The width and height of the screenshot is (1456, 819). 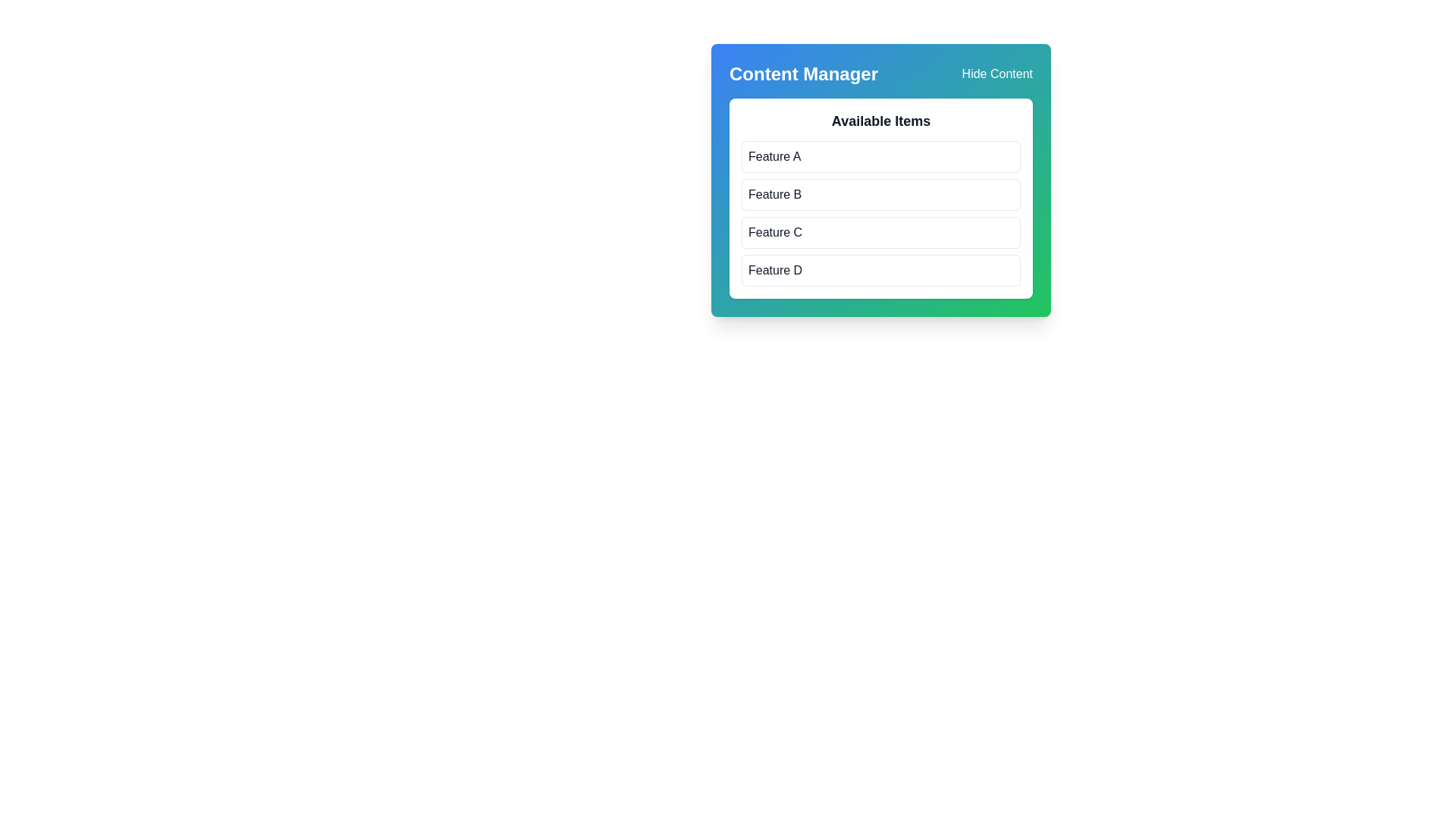 I want to click on the list item labeled 'Feature D' which is the fourth item in the 'Available Items' section of the 'Content Manager' panel, so click(x=880, y=270).